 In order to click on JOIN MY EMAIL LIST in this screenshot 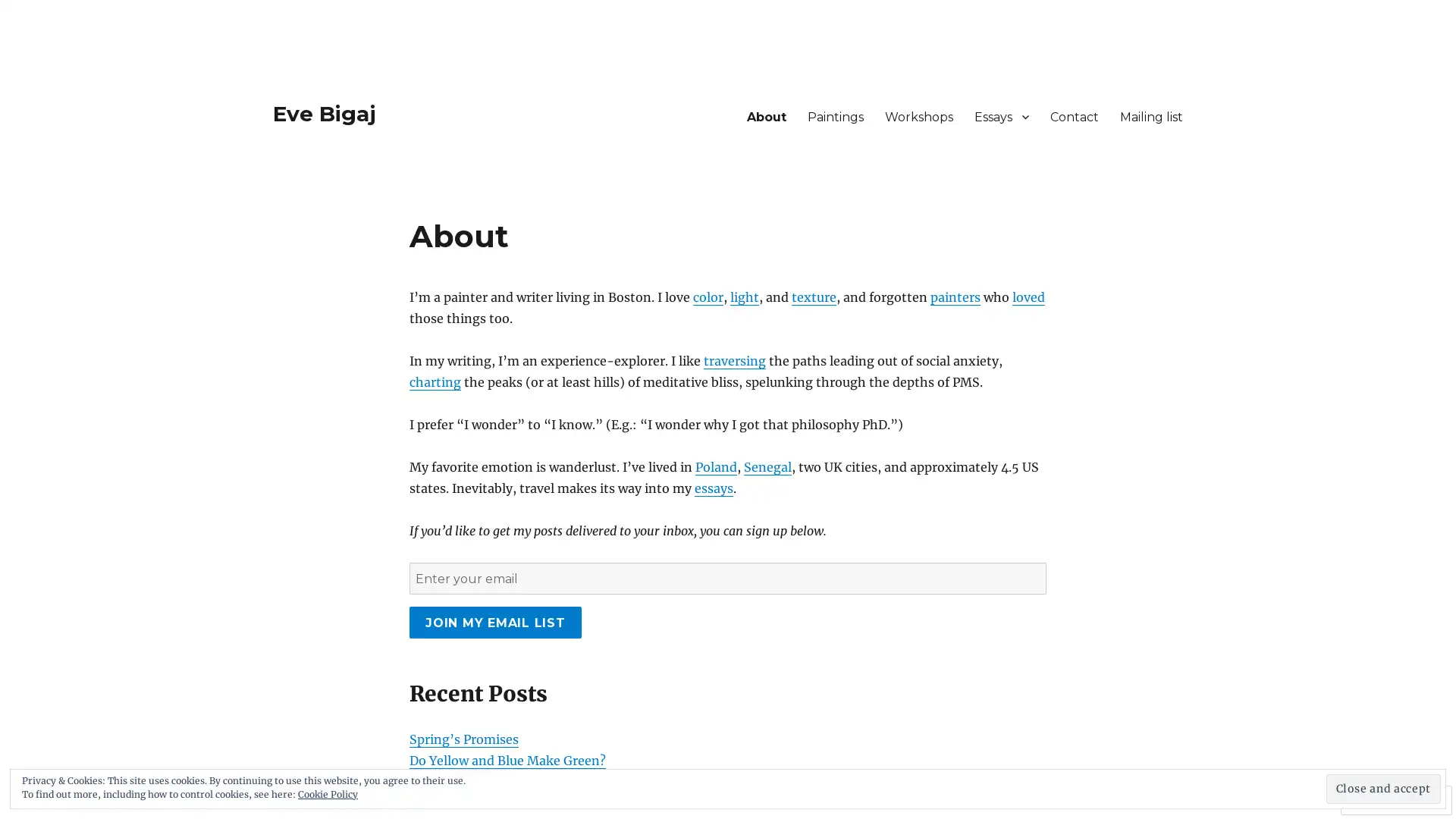, I will do `click(494, 623)`.